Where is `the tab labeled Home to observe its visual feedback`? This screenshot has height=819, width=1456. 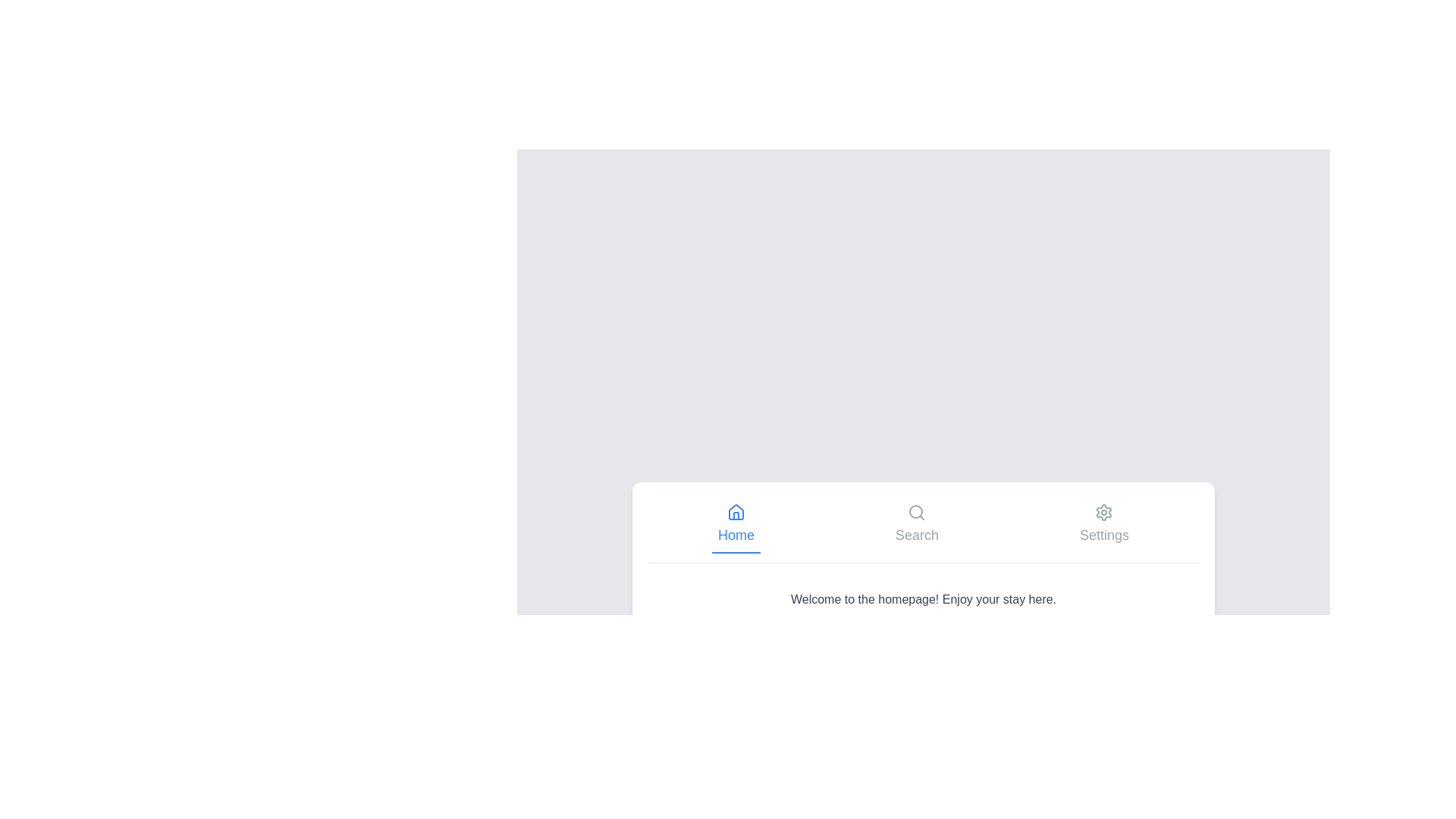
the tab labeled Home to observe its visual feedback is located at coordinates (736, 524).